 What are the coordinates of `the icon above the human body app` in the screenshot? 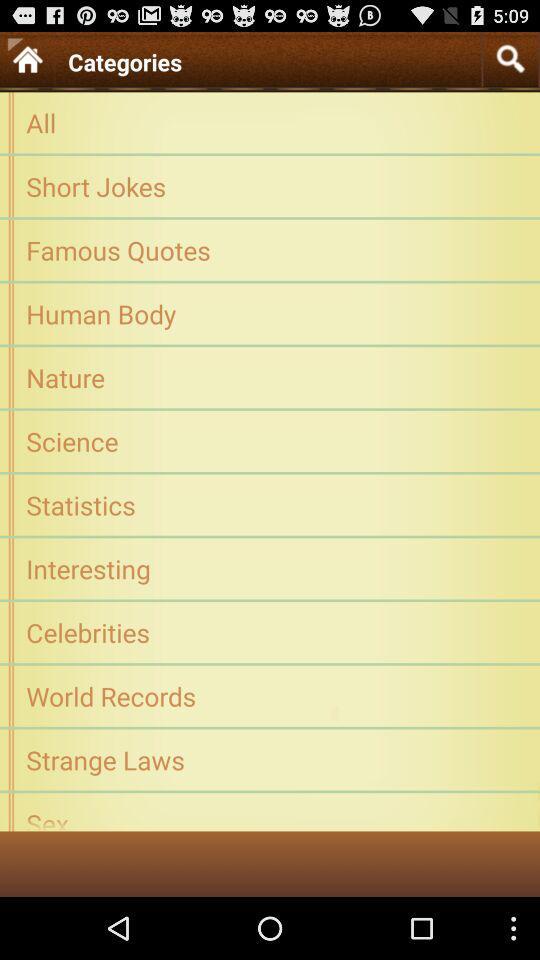 It's located at (270, 248).